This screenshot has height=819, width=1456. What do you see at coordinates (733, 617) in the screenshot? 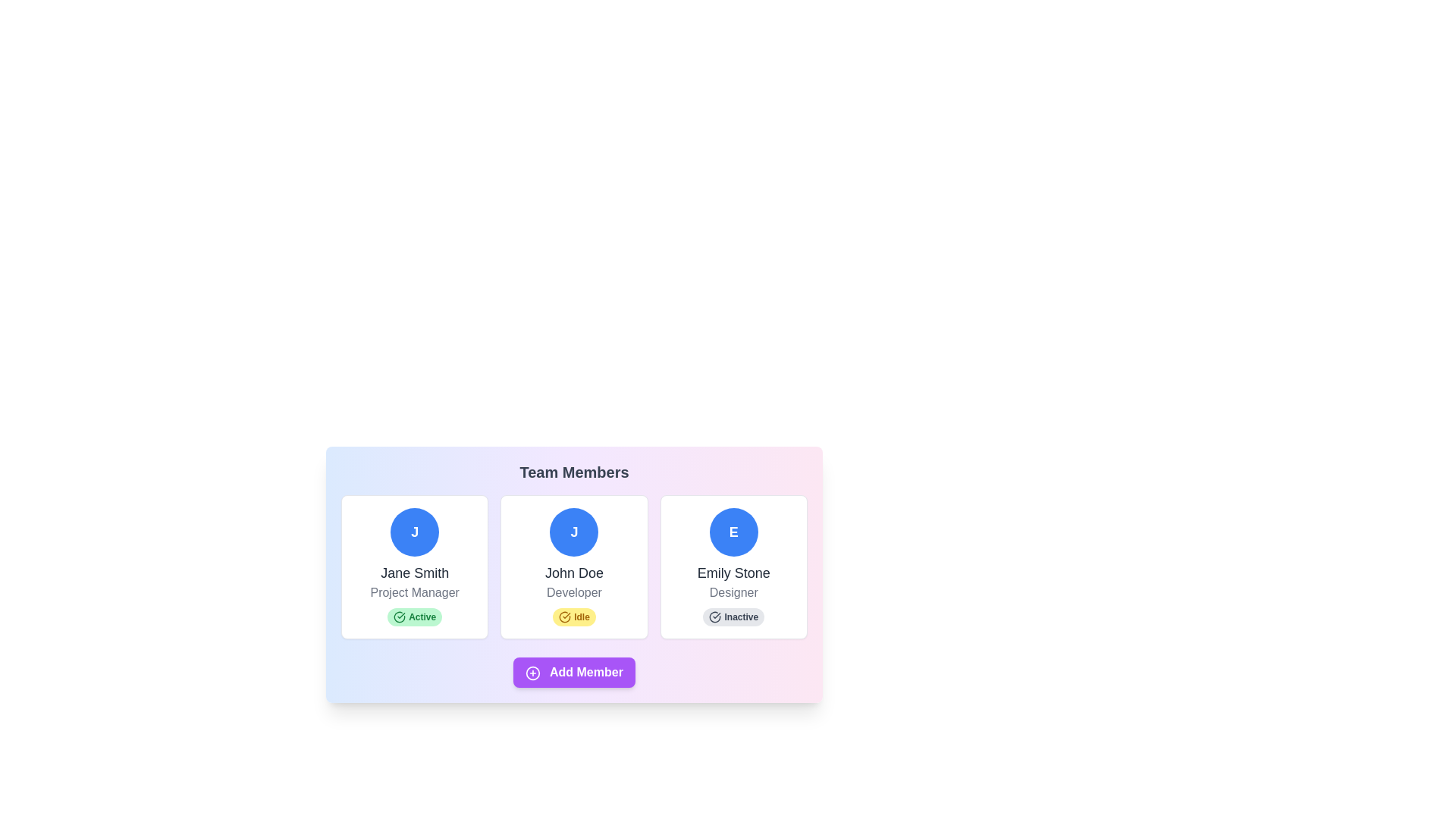
I see `the 'Inactive' status badge with a checkmark icon located within Emily Stone's team member card, positioned below the 'Designer' label` at bounding box center [733, 617].